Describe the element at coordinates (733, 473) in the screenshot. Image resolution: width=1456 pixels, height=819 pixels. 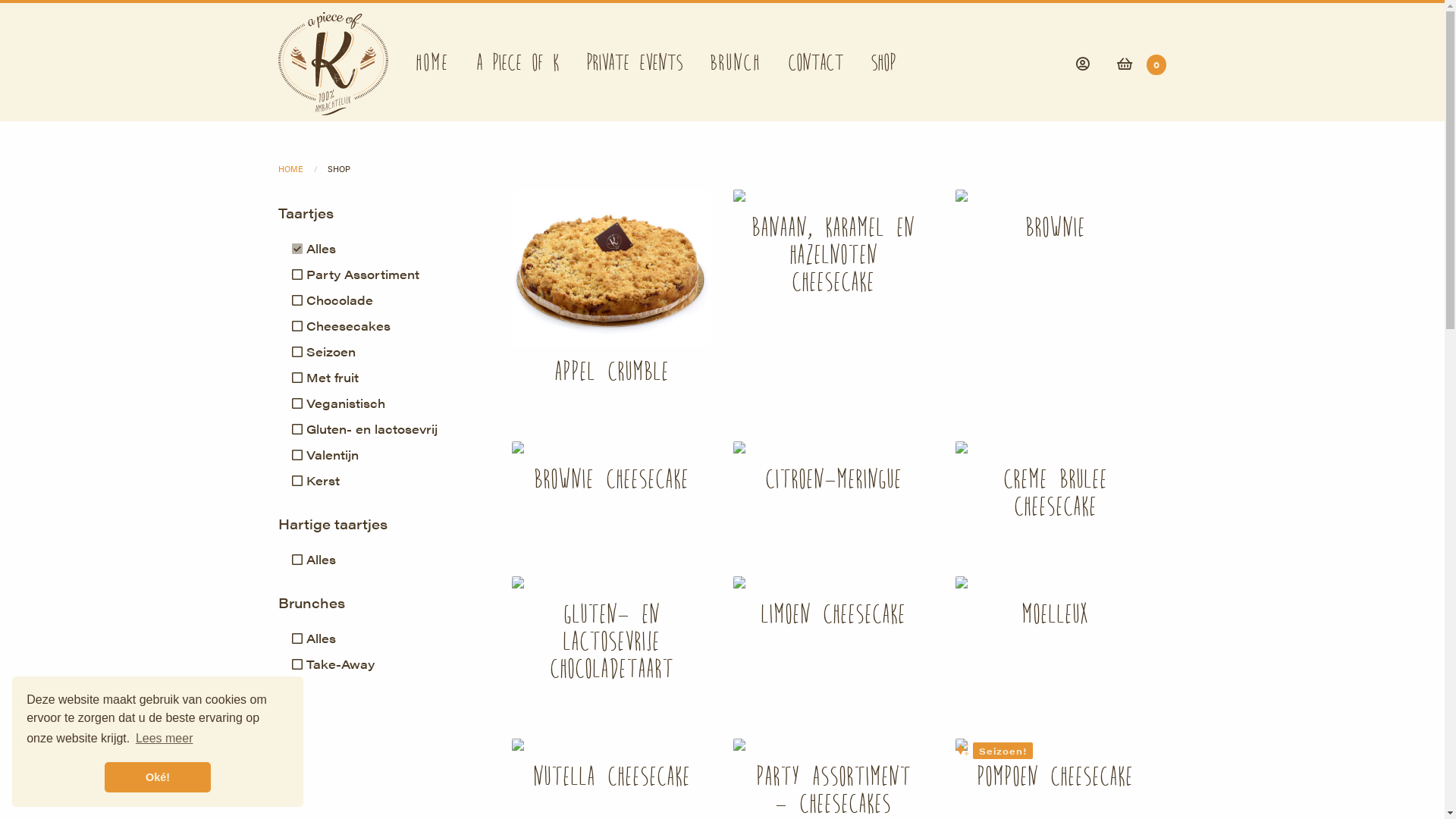
I see `'Citroen-Meringue'` at that location.